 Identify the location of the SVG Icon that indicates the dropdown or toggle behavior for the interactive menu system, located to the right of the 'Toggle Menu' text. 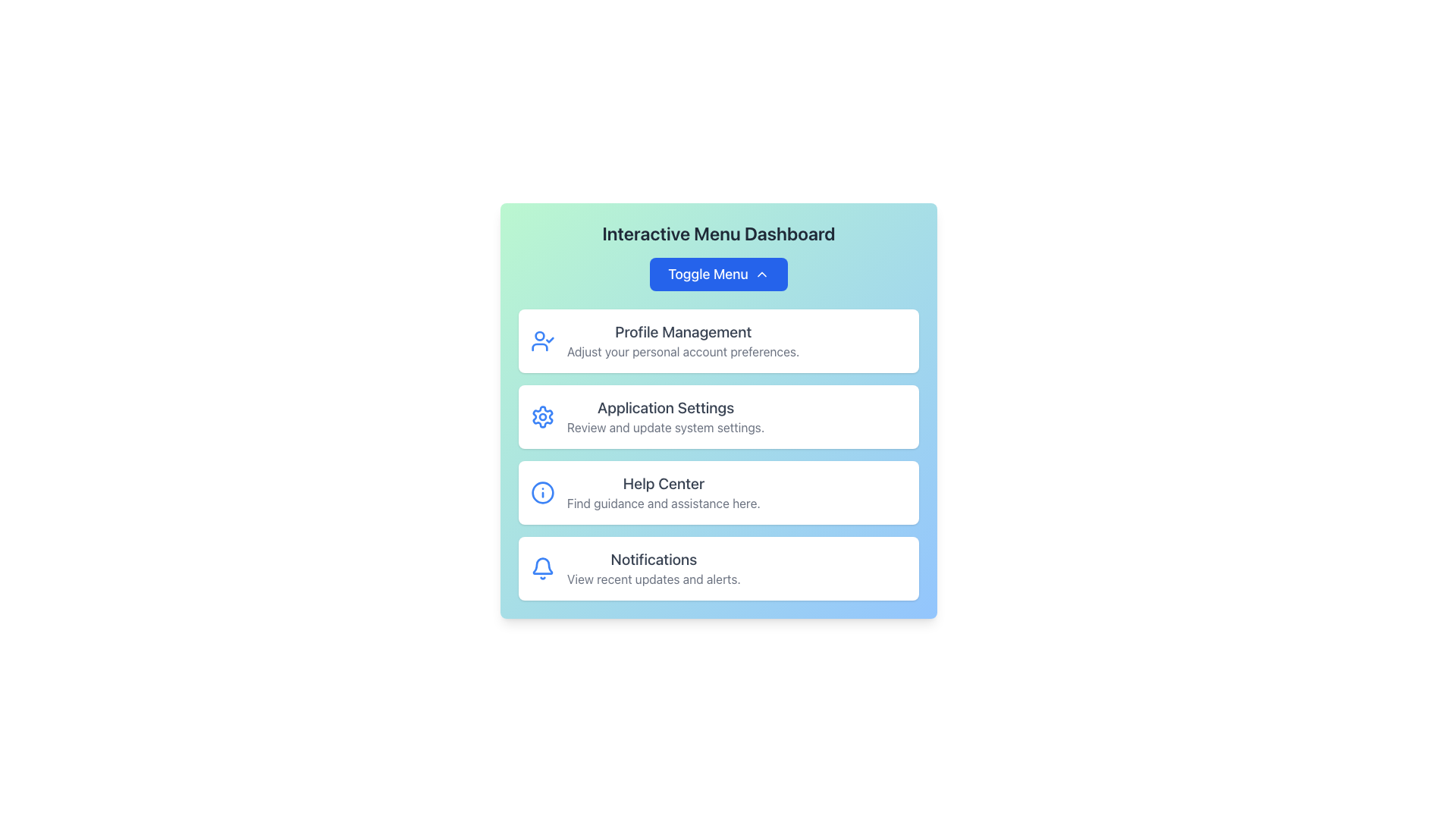
(761, 275).